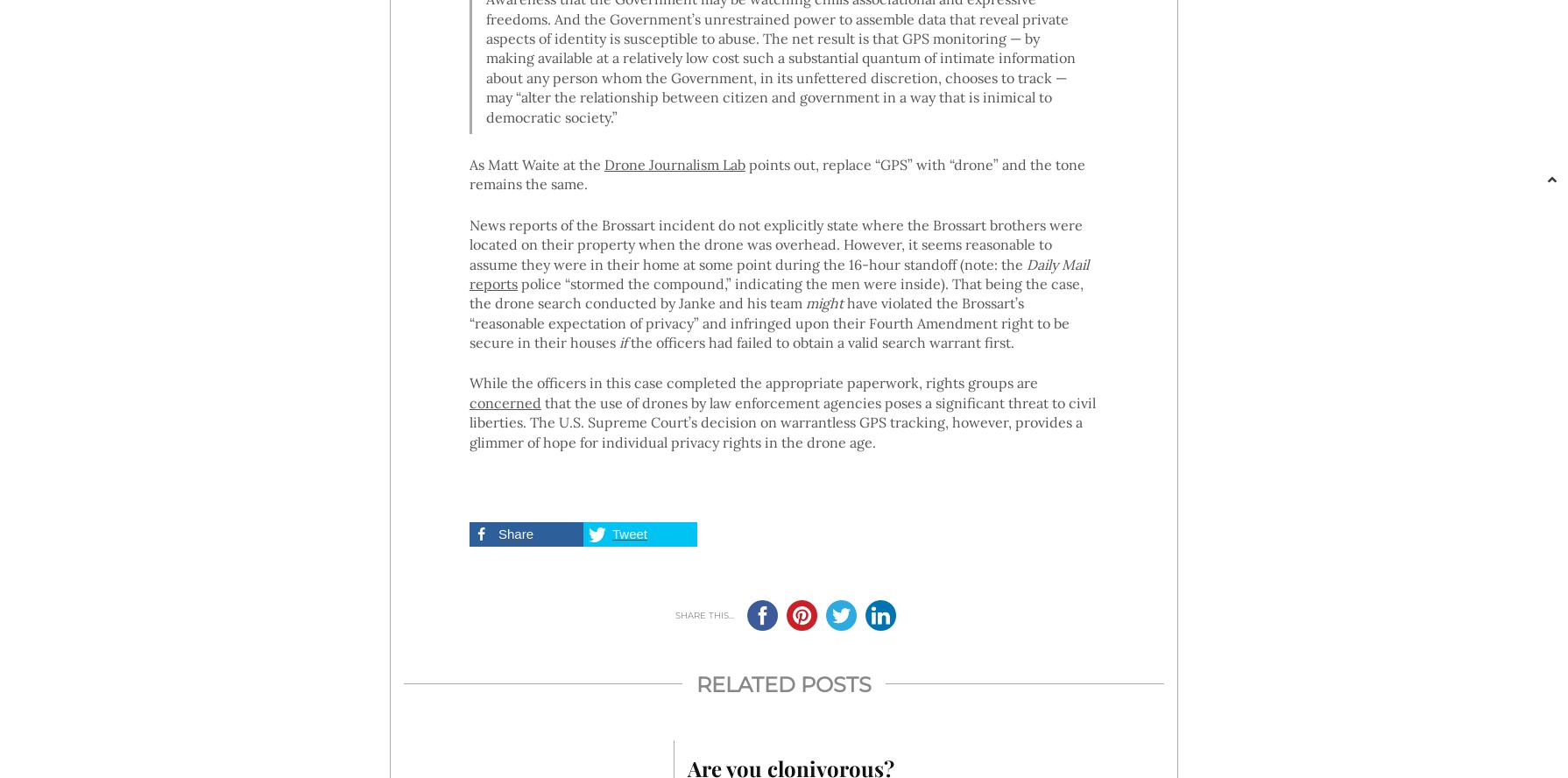 The height and width of the screenshot is (778, 1568). Describe the element at coordinates (774, 293) in the screenshot. I see `'police “stormed the compound,” indicating the men were inside). That being the case, the drone search conducted by Janke and his team'` at that location.